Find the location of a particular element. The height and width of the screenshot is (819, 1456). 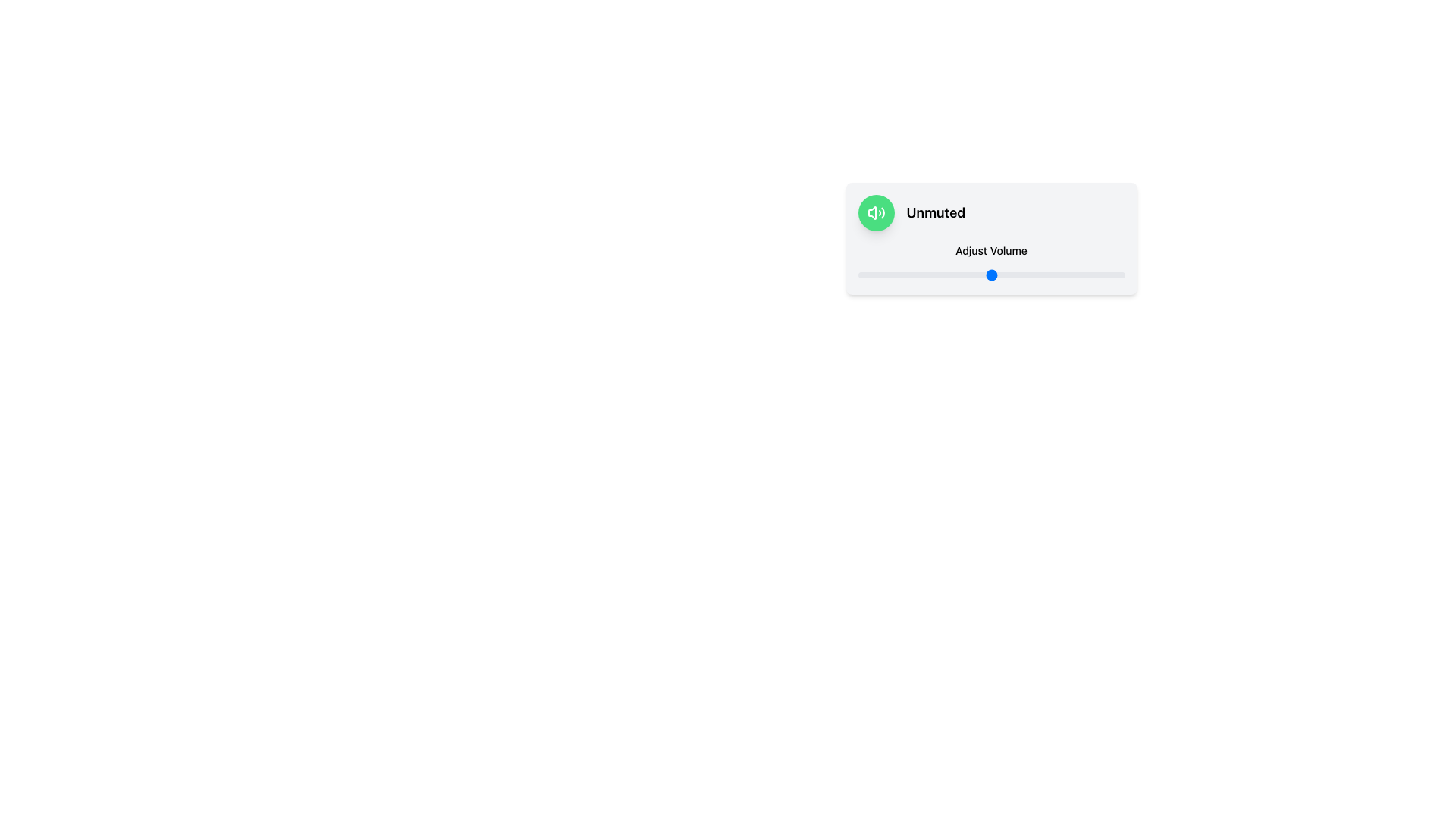

the volume is located at coordinates (993, 275).